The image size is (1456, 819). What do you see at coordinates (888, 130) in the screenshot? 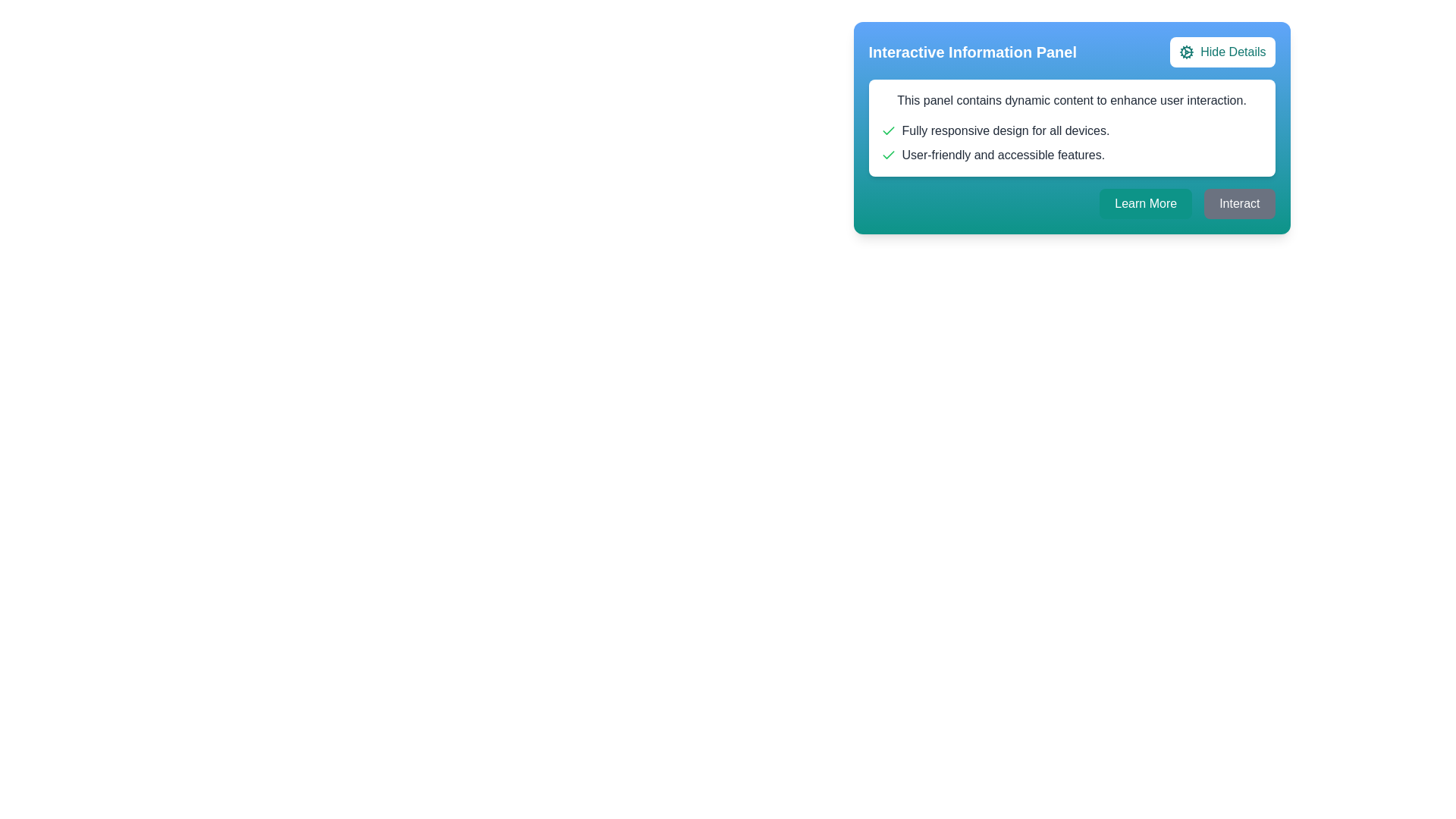
I see `the SVG icon that indicates the feature of fully responsive design, positioned to the left of the text 'Fully responsive design for all devices.'` at bounding box center [888, 130].